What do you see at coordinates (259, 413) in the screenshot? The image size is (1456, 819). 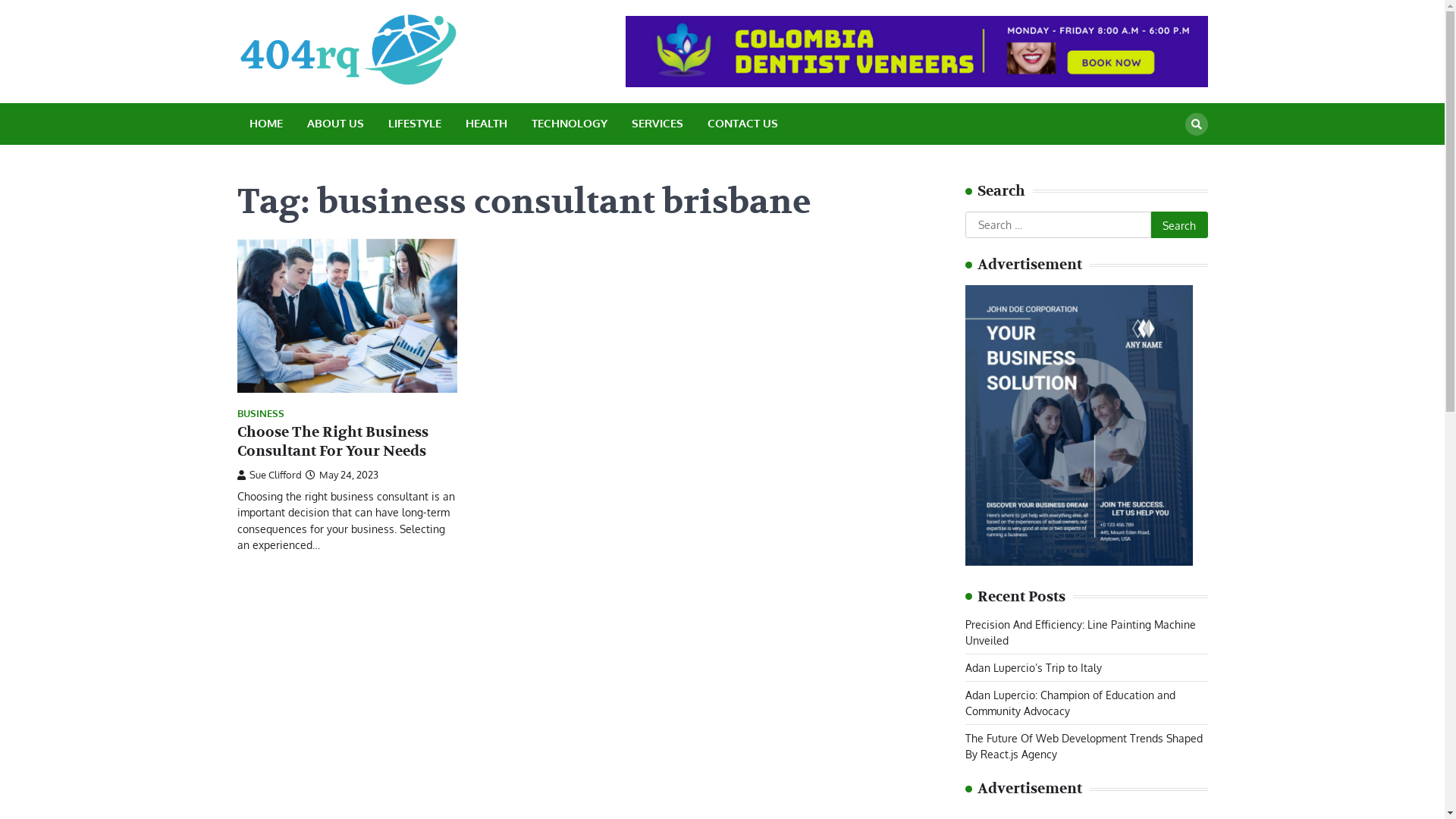 I see `'BUSINESS'` at bounding box center [259, 413].